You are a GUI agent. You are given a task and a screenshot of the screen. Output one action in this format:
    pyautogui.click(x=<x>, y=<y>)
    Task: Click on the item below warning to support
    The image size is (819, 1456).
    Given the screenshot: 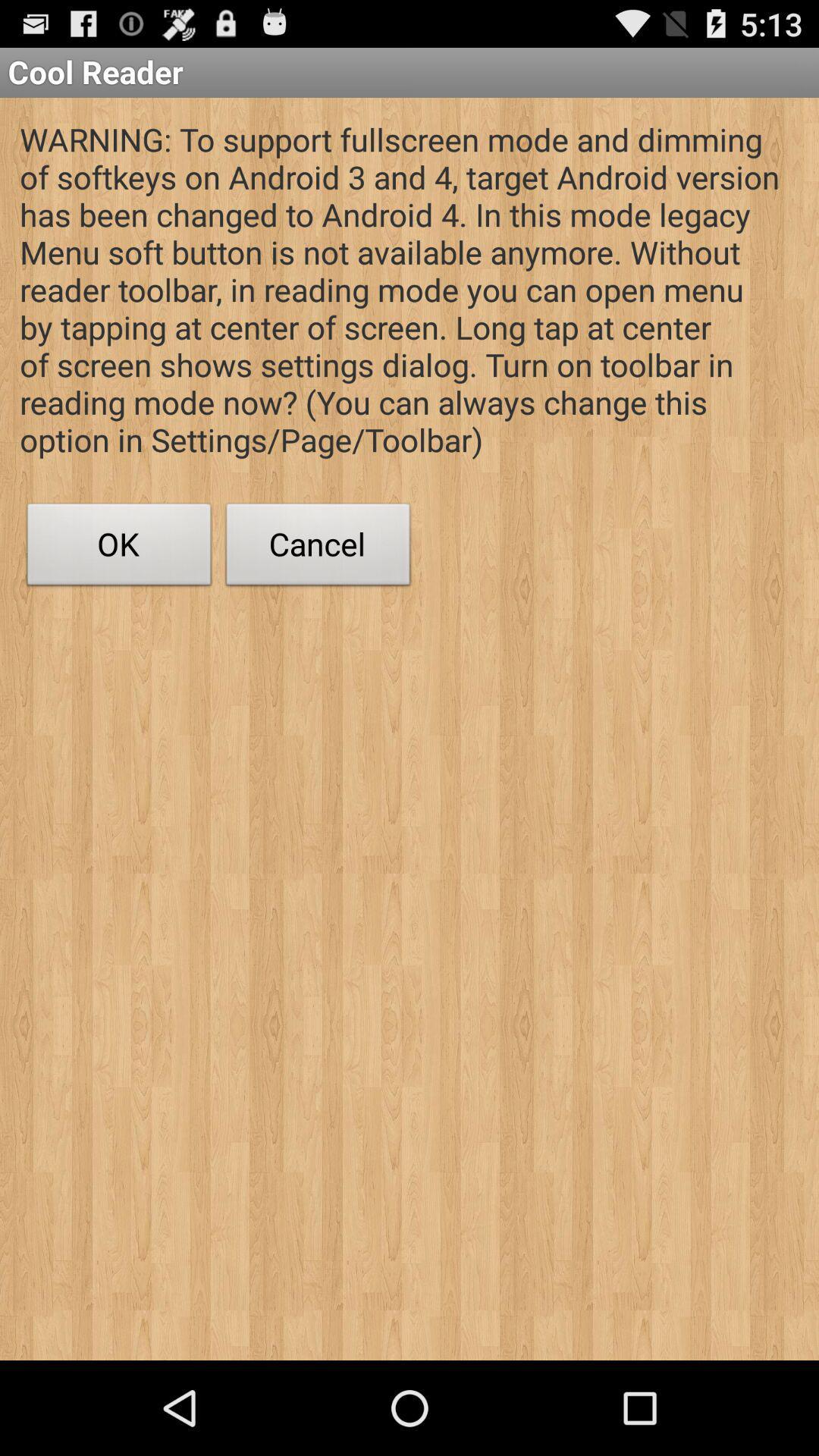 What is the action you would take?
    pyautogui.click(x=118, y=548)
    